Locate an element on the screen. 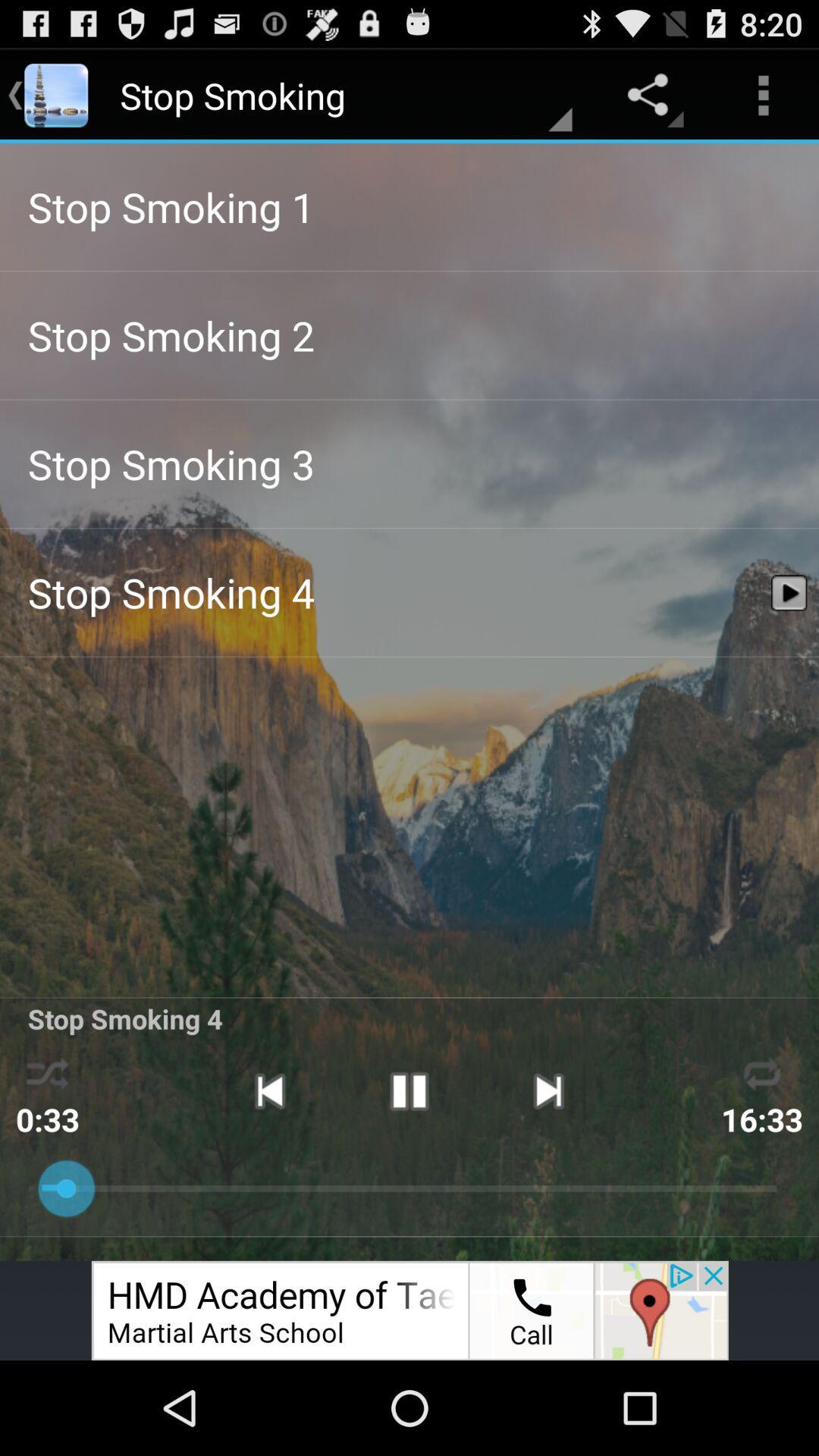 This screenshot has width=819, height=1456. the skip_previous icon is located at coordinates (268, 1166).